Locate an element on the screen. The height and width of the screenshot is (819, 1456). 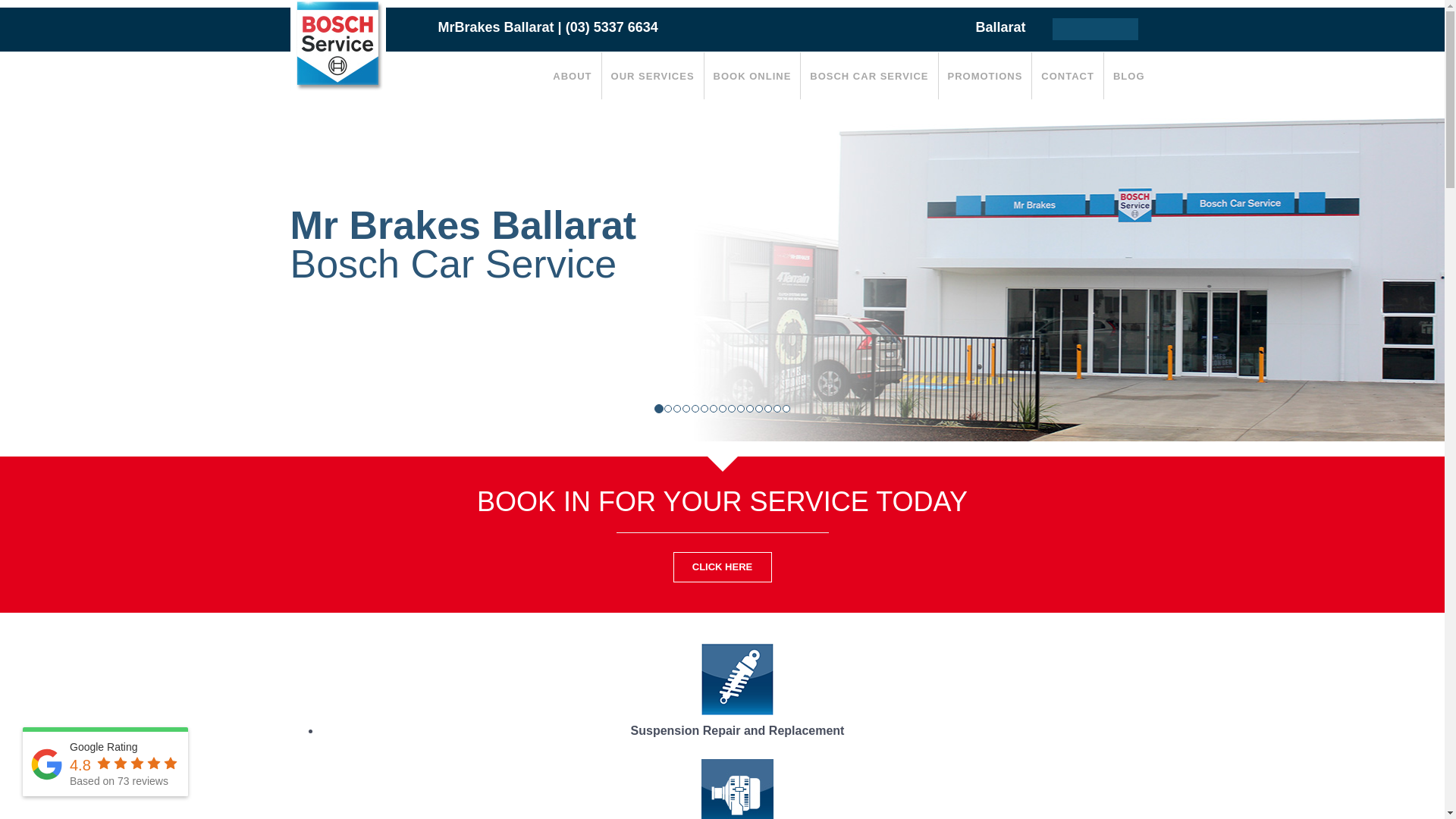
'PROMOTIONS' is located at coordinates (938, 76).